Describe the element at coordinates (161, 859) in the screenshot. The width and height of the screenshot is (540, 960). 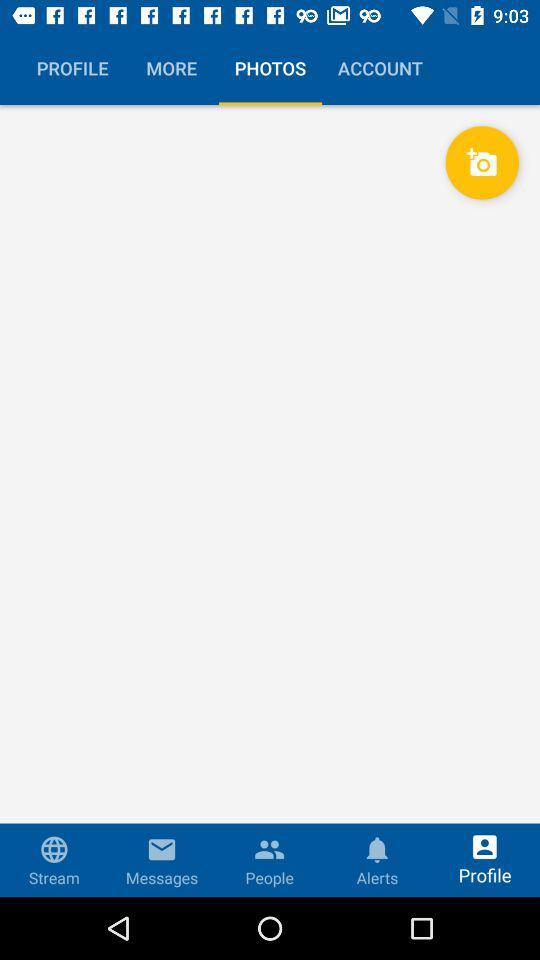
I see `the second button in the bottom menu bar` at that location.